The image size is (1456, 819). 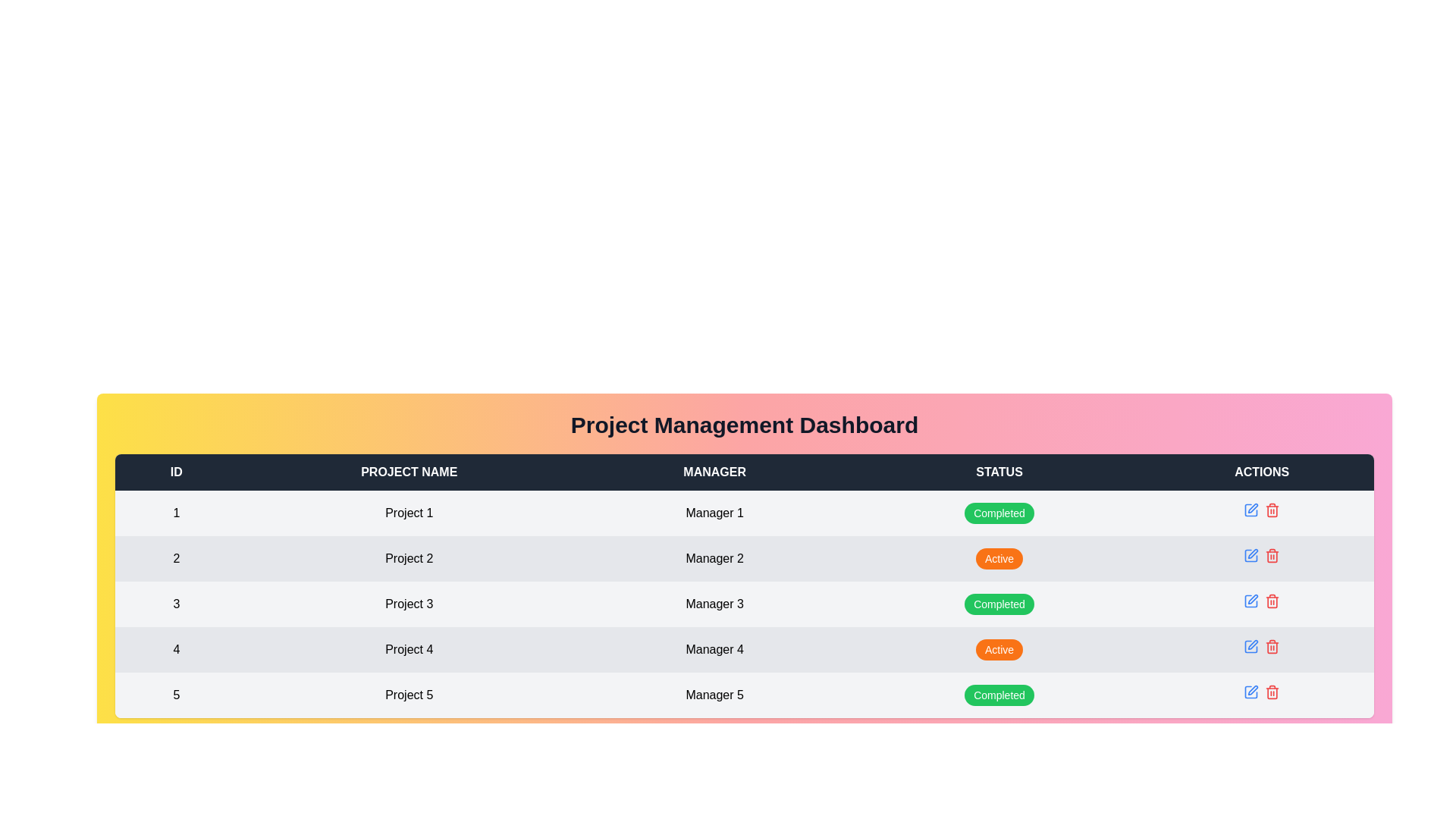 I want to click on the edit icon located in the last row of the 'Actions' column in the table, so click(x=1253, y=690).